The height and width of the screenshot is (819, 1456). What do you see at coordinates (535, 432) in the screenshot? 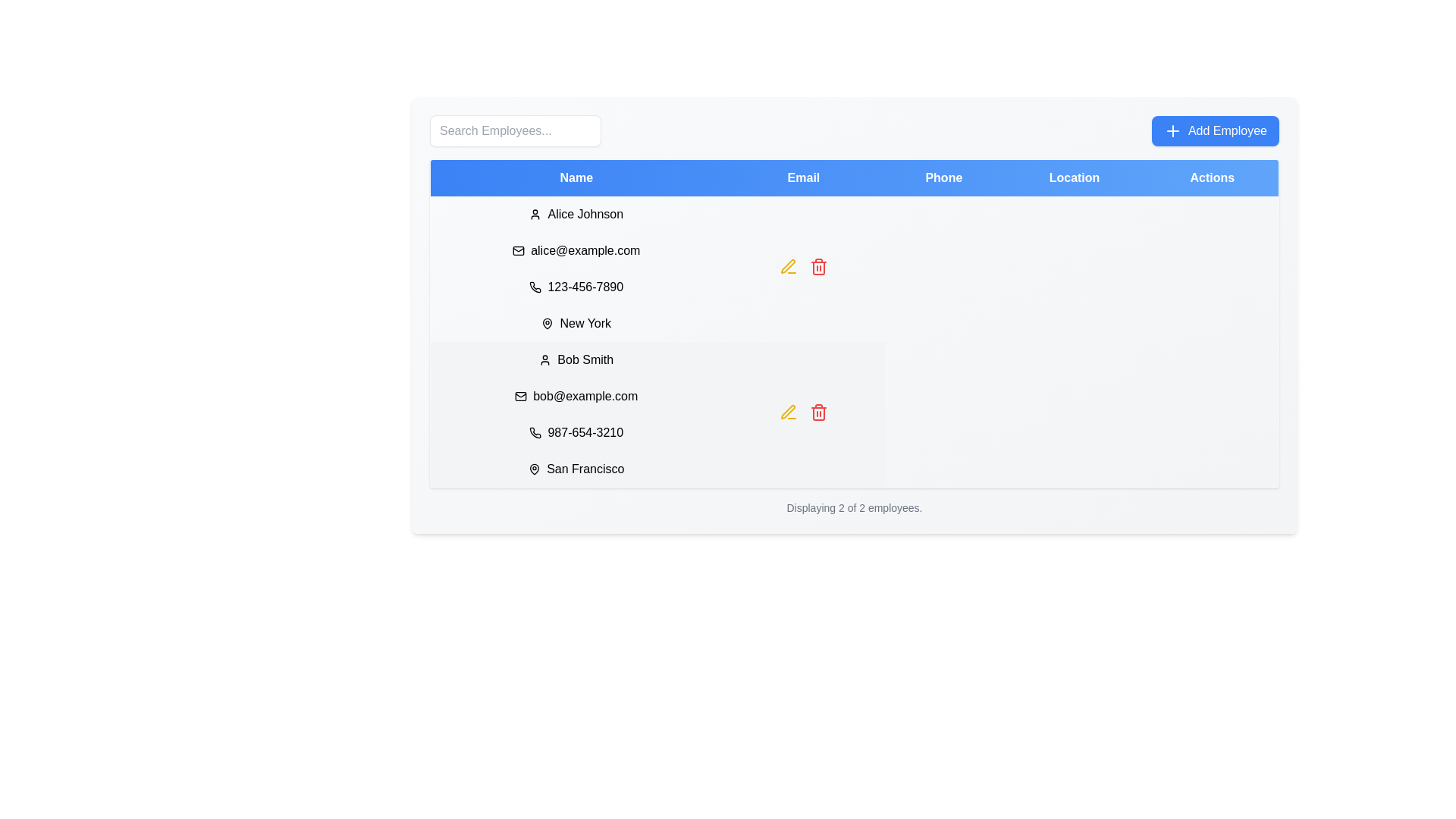
I see `the phone icon representing Bob Smith in the employee list, located in the second row of the 'Phone' column` at bounding box center [535, 432].